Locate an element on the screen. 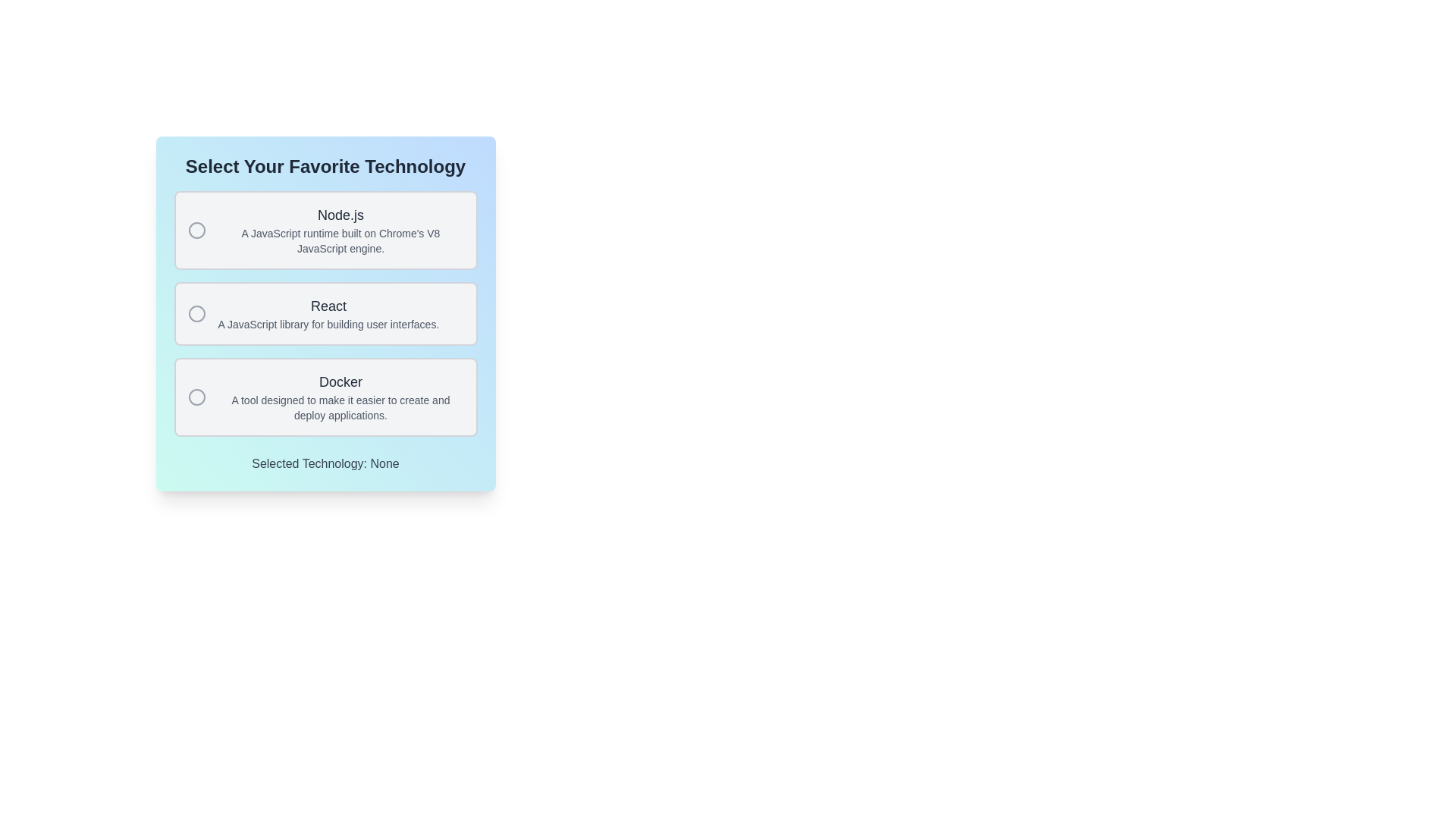 The image size is (1456, 819). the circular radio button styled element located within the second option labeled 'React' is located at coordinates (196, 312).